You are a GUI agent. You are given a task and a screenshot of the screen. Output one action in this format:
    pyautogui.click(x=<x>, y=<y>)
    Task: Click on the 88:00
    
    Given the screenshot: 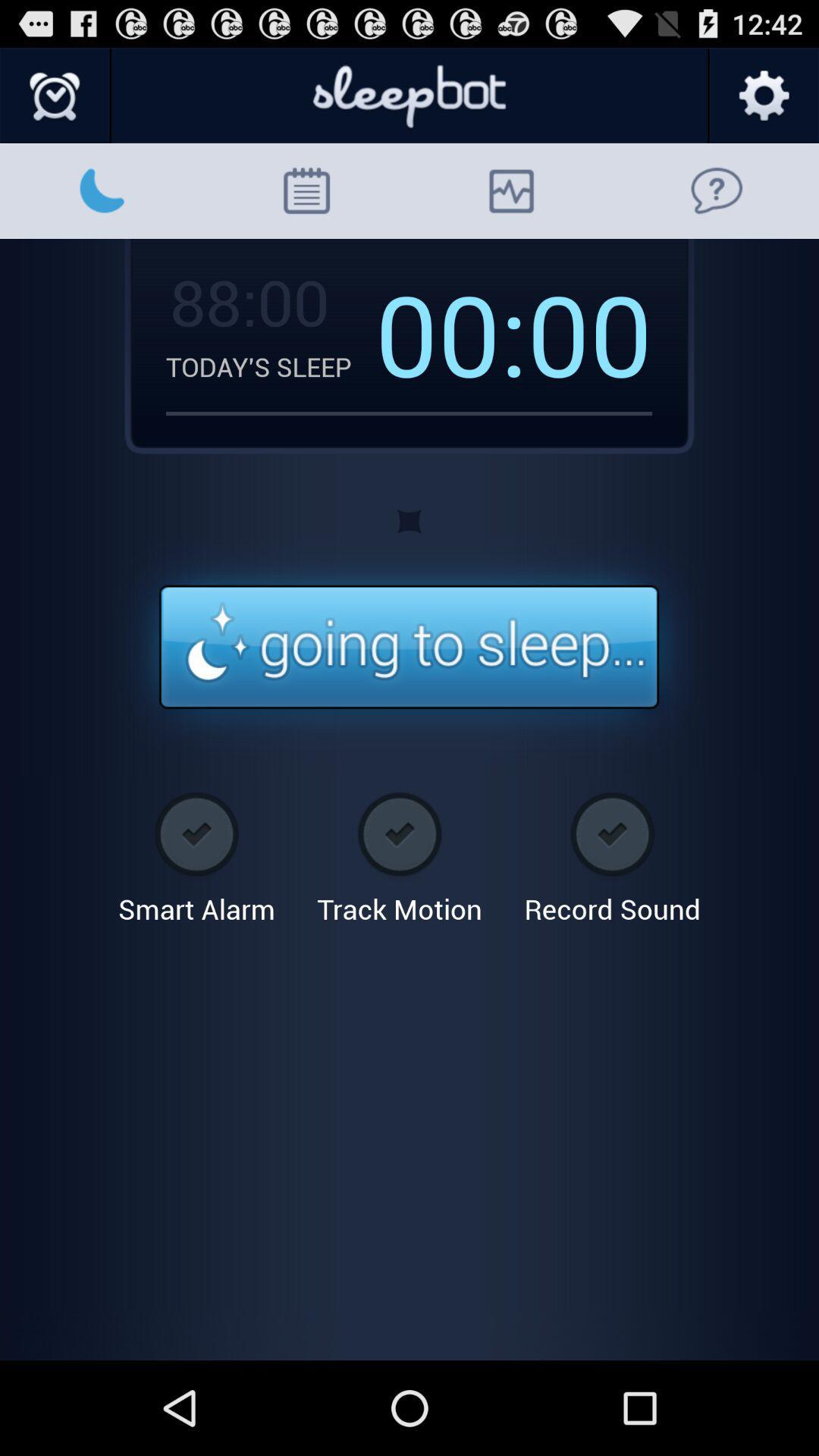 What is the action you would take?
    pyautogui.click(x=246, y=301)
    